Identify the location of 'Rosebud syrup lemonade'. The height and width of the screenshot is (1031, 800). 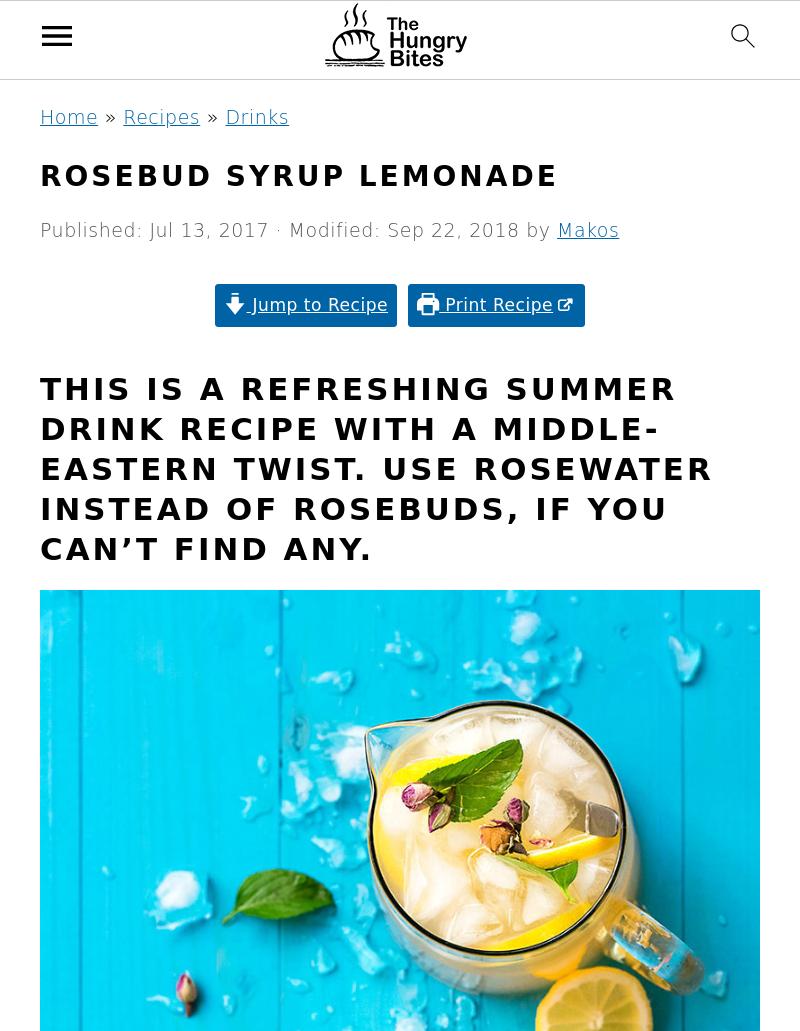
(299, 175).